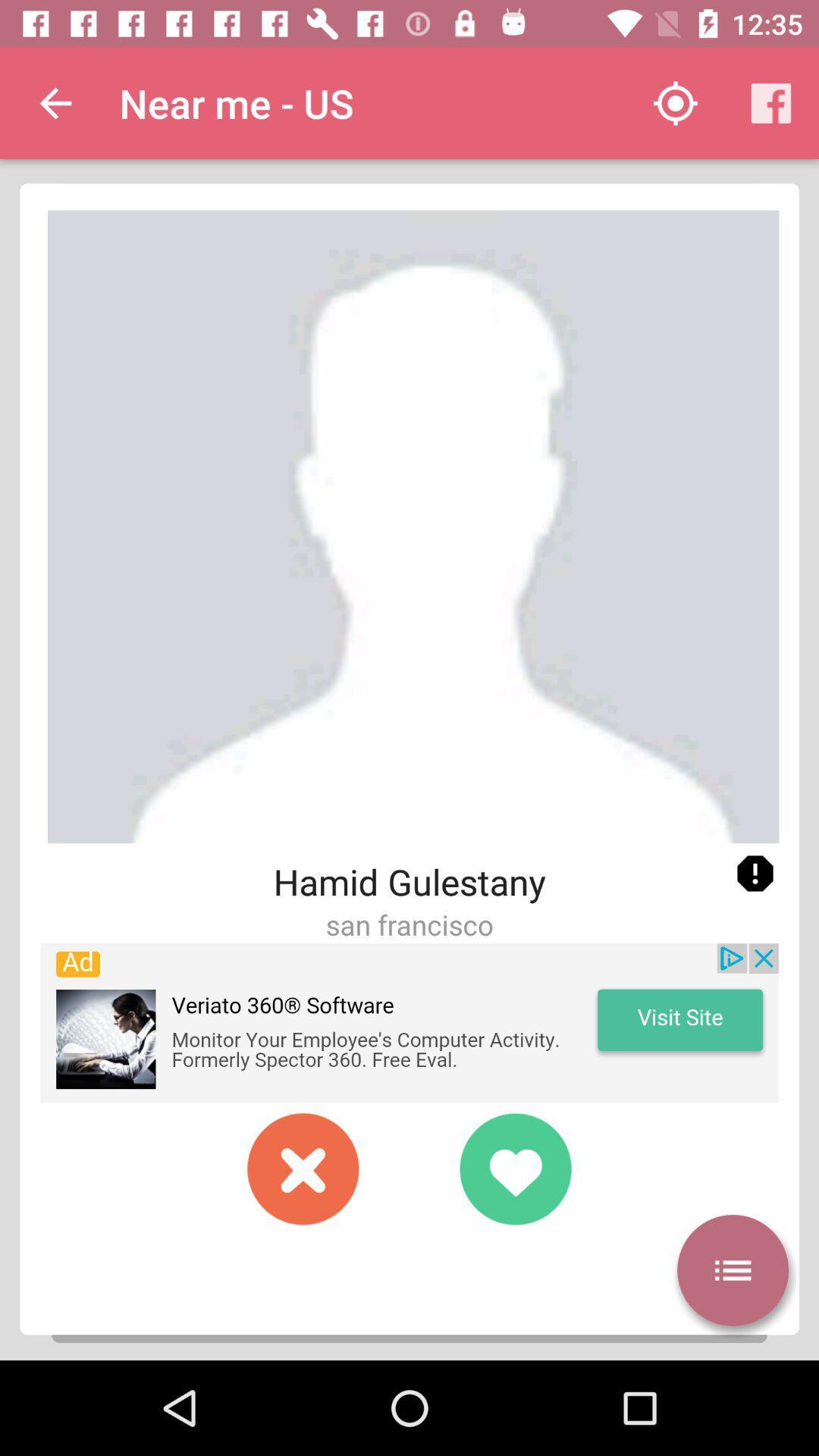 This screenshot has height=1456, width=819. I want to click on report profile, so click(755, 874).